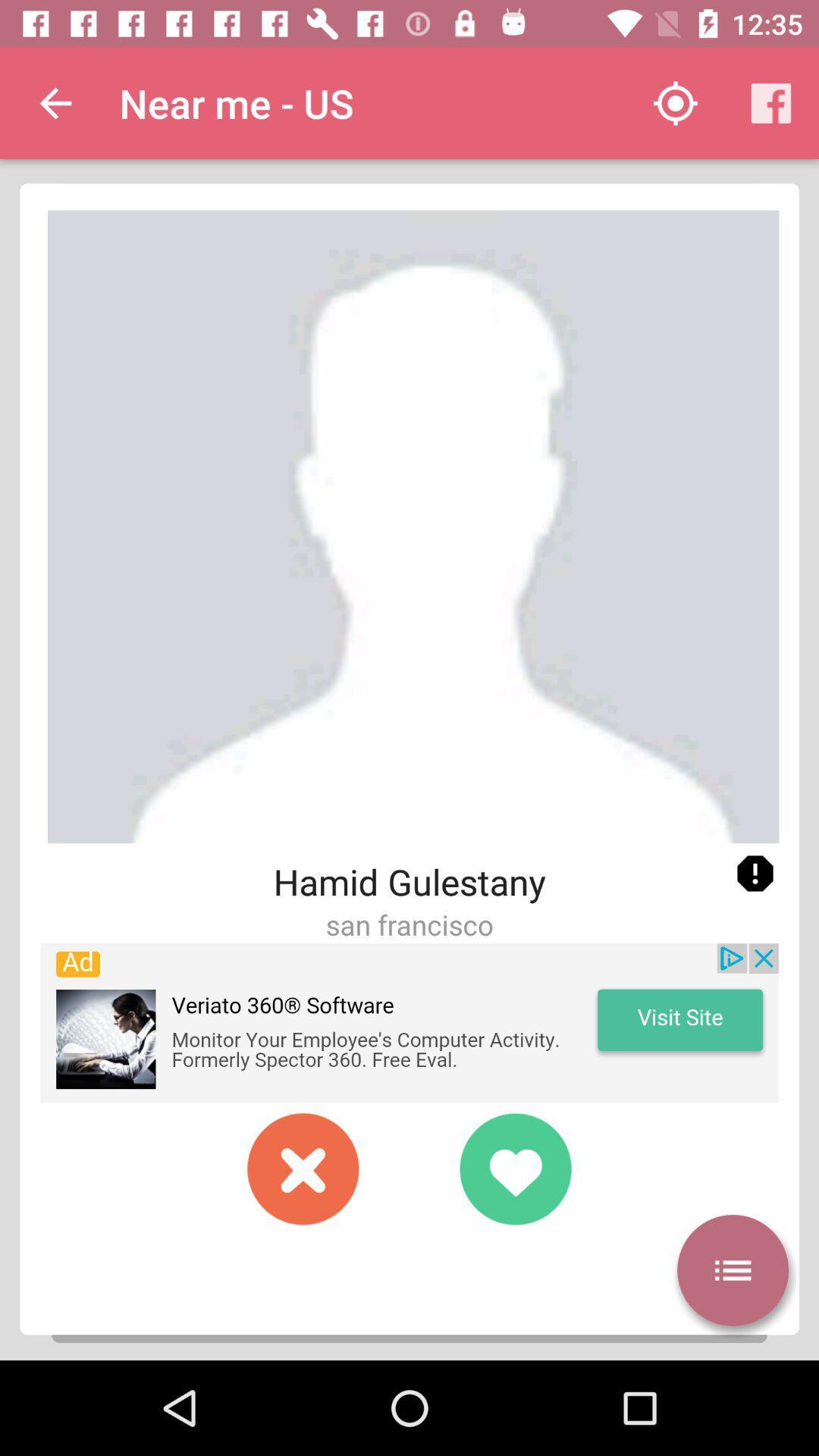 This screenshot has height=1456, width=819. I want to click on report profile, so click(755, 874).